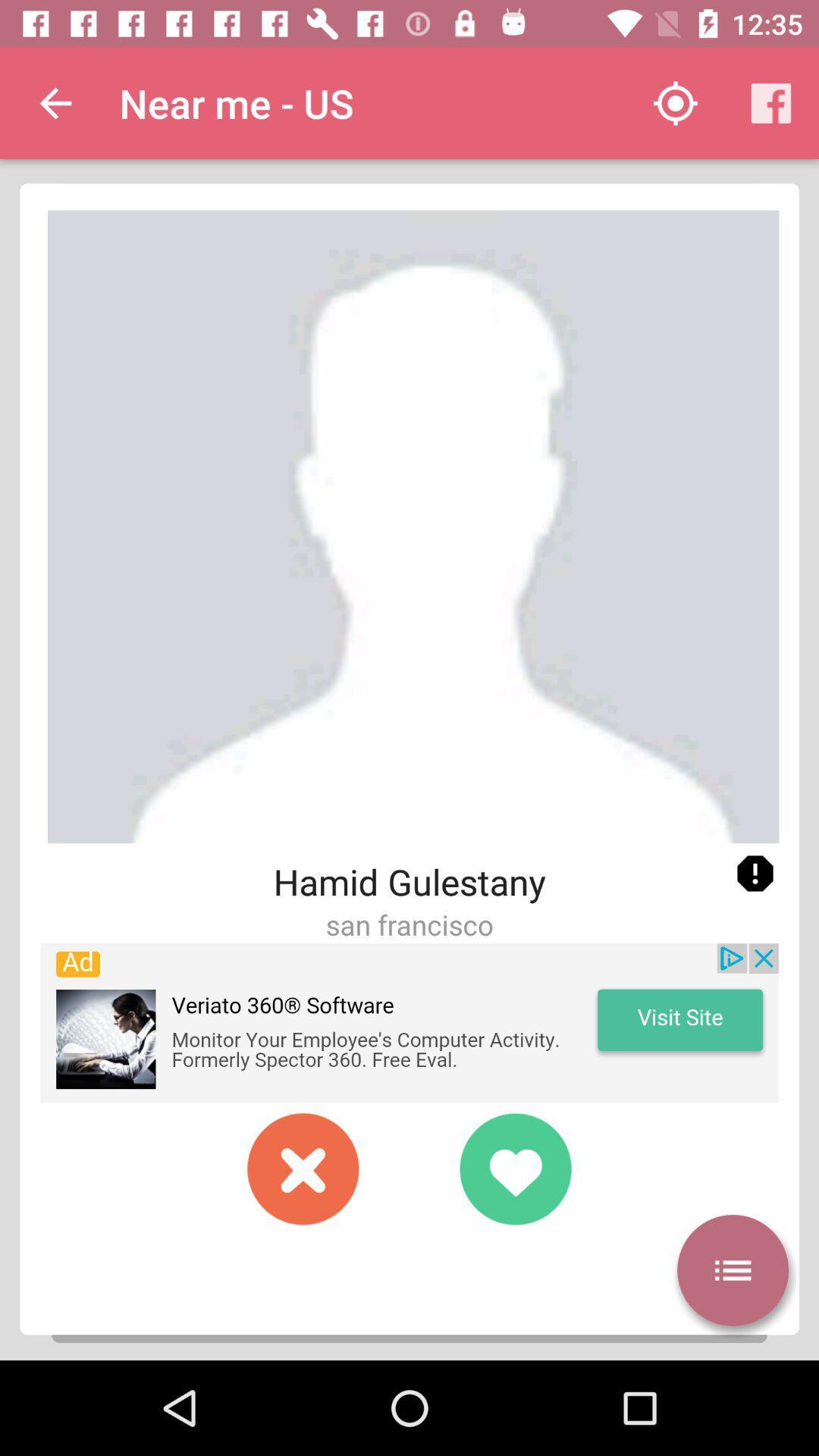 This screenshot has height=1456, width=819. I want to click on report profile, so click(755, 874).